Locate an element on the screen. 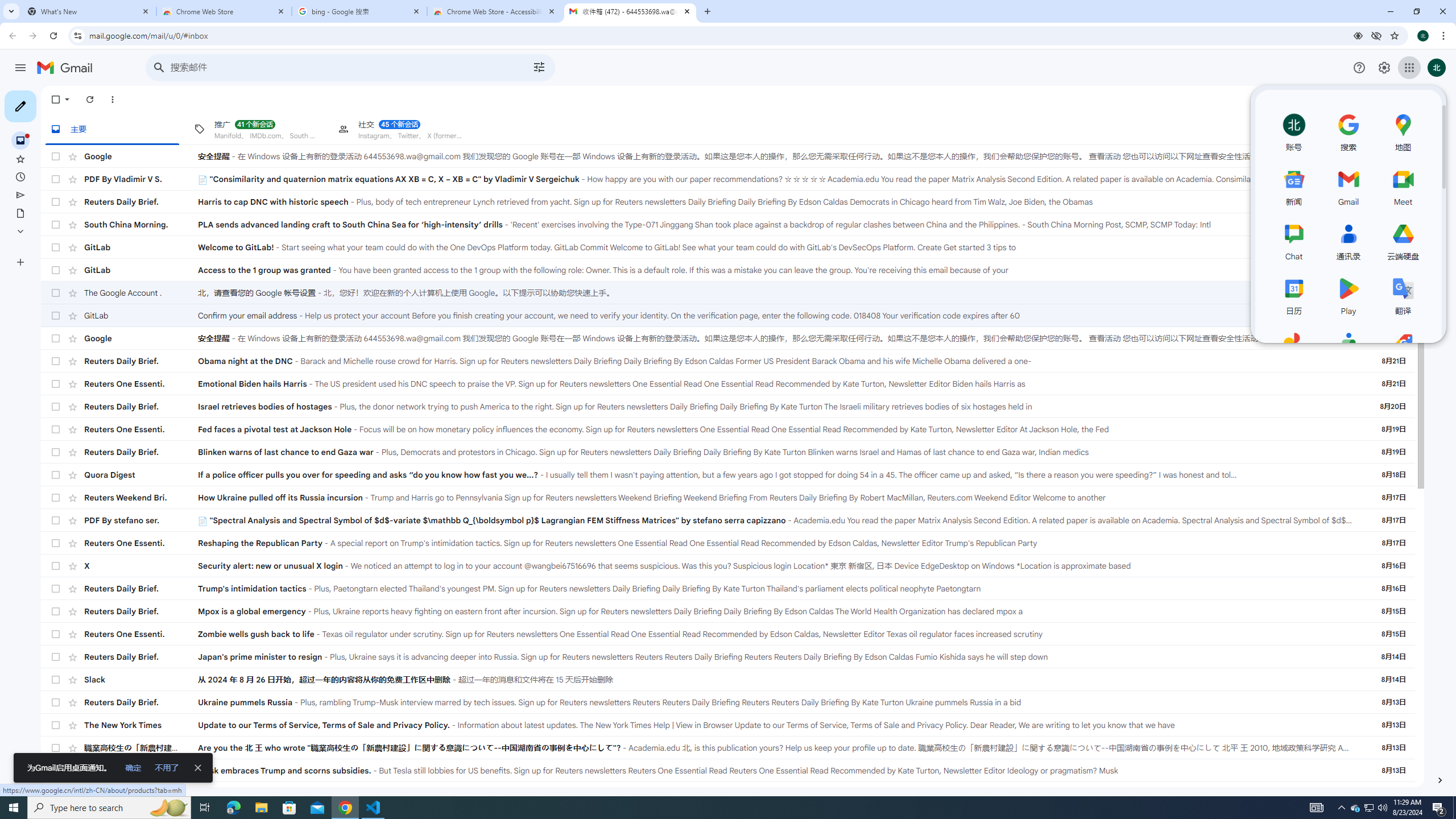 The width and height of the screenshot is (1456, 819). 'Chrome Web Store' is located at coordinates (224, 11).